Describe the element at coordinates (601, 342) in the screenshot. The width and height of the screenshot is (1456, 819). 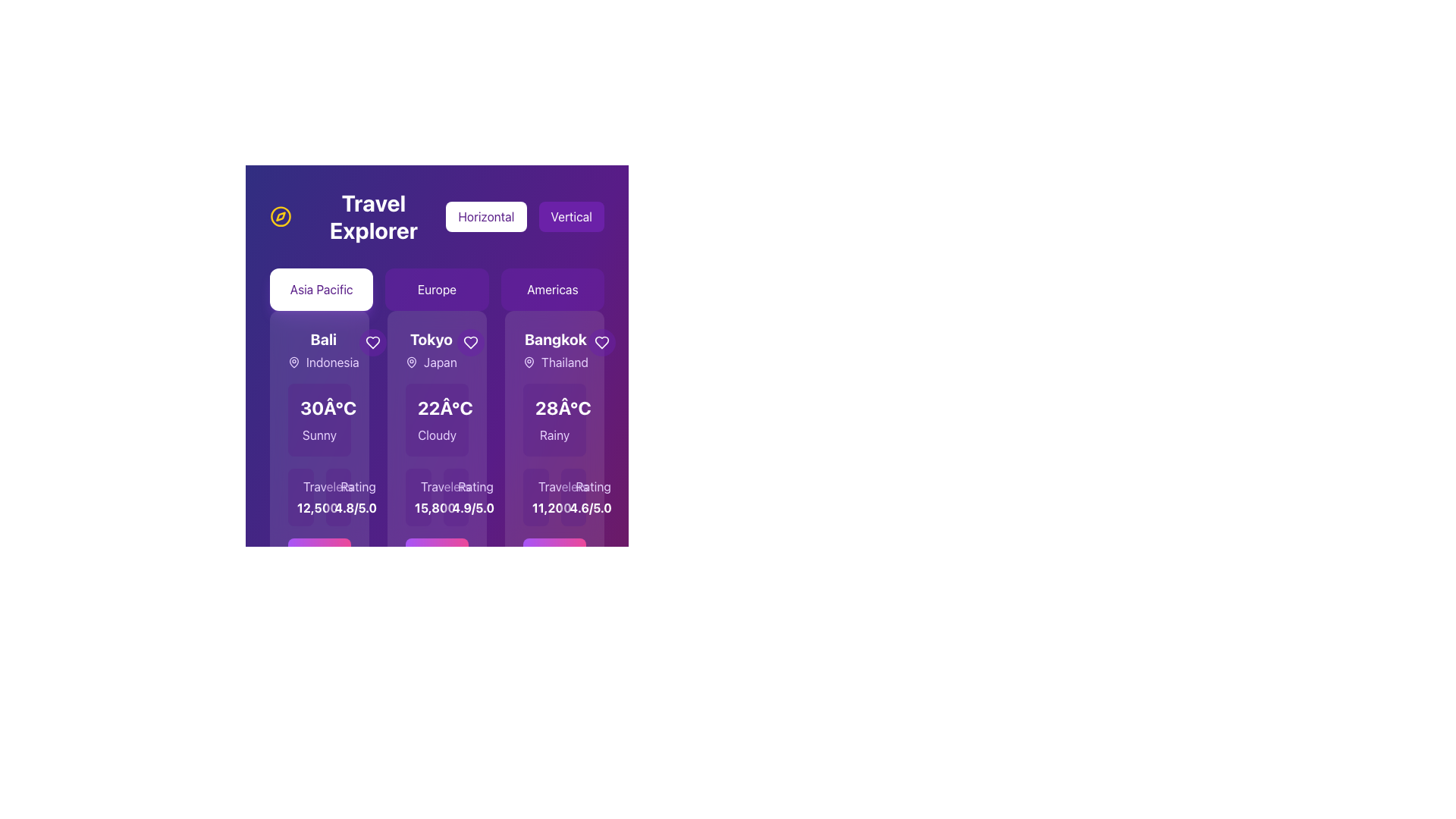
I see `the heart-shaped icon button representing a favorite action, located in the 'Bangkok, Thailand' card in the 'Asia Pacific' section of the Travel Explorer interface` at that location.